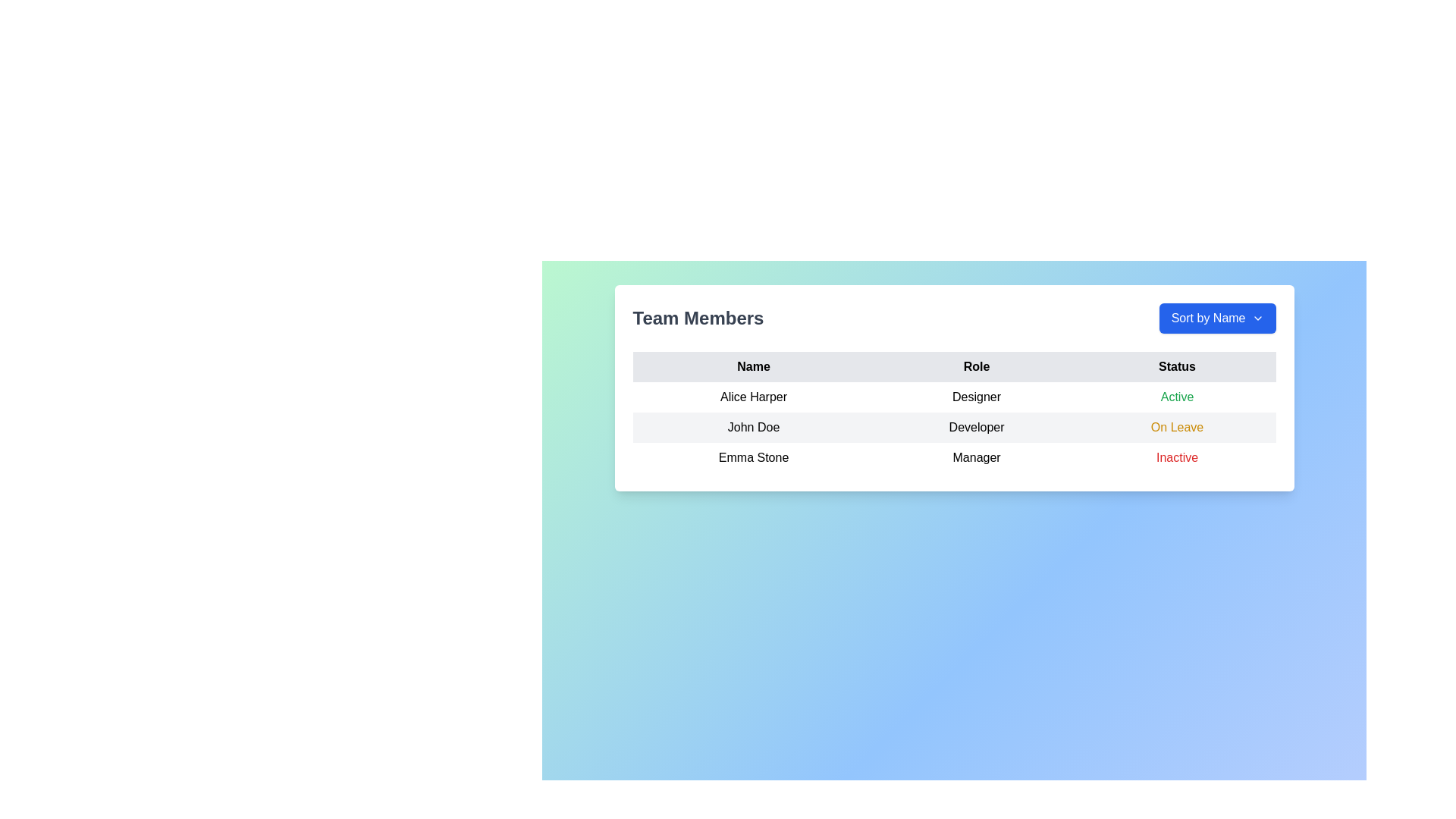 The width and height of the screenshot is (1456, 819). What do you see at coordinates (1176, 427) in the screenshot?
I see `displayed text of the status label indicating that the individual is 'On Leave', located in the third position of the team member list` at bounding box center [1176, 427].